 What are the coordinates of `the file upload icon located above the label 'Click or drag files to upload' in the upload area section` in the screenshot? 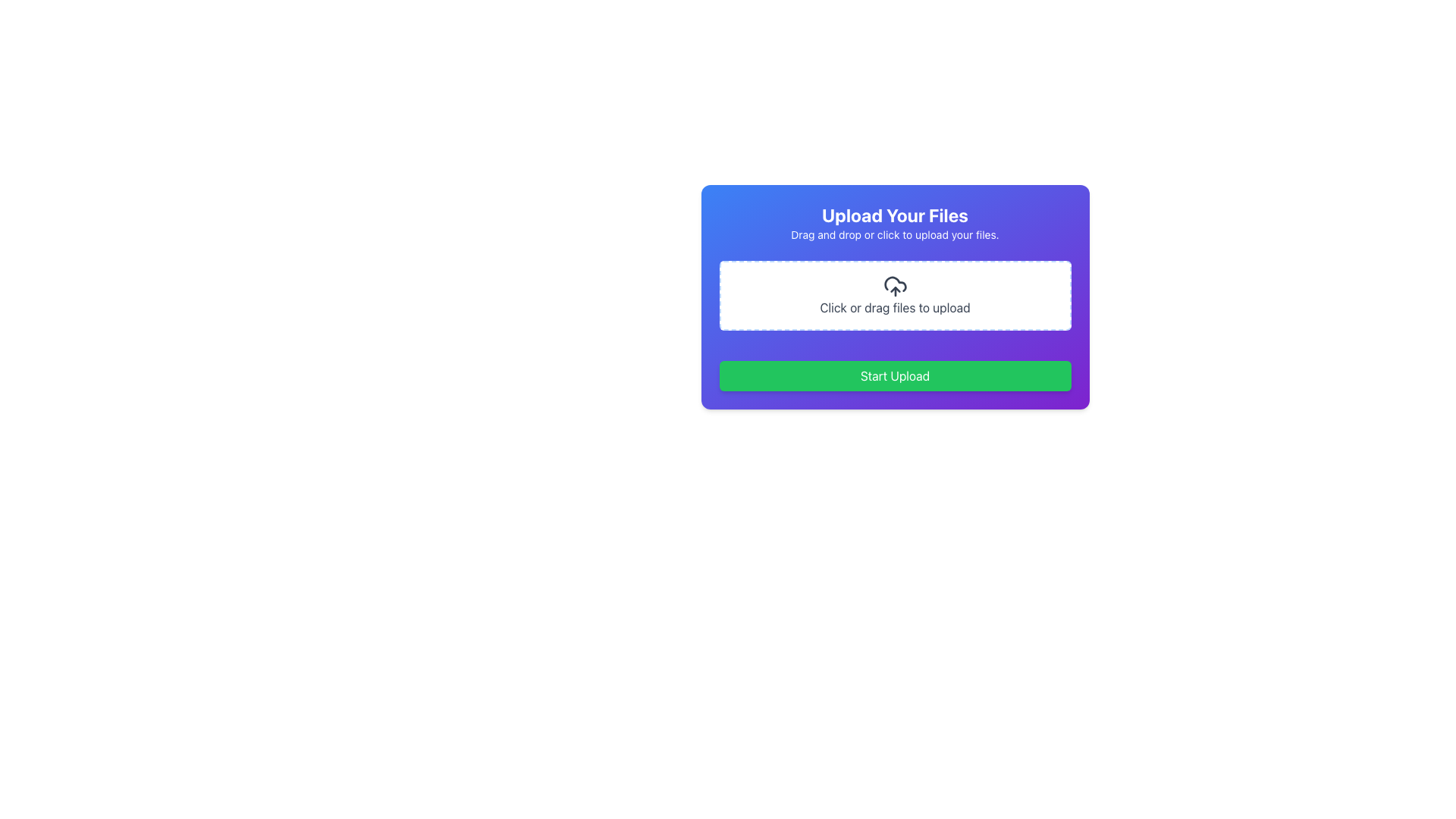 It's located at (895, 287).